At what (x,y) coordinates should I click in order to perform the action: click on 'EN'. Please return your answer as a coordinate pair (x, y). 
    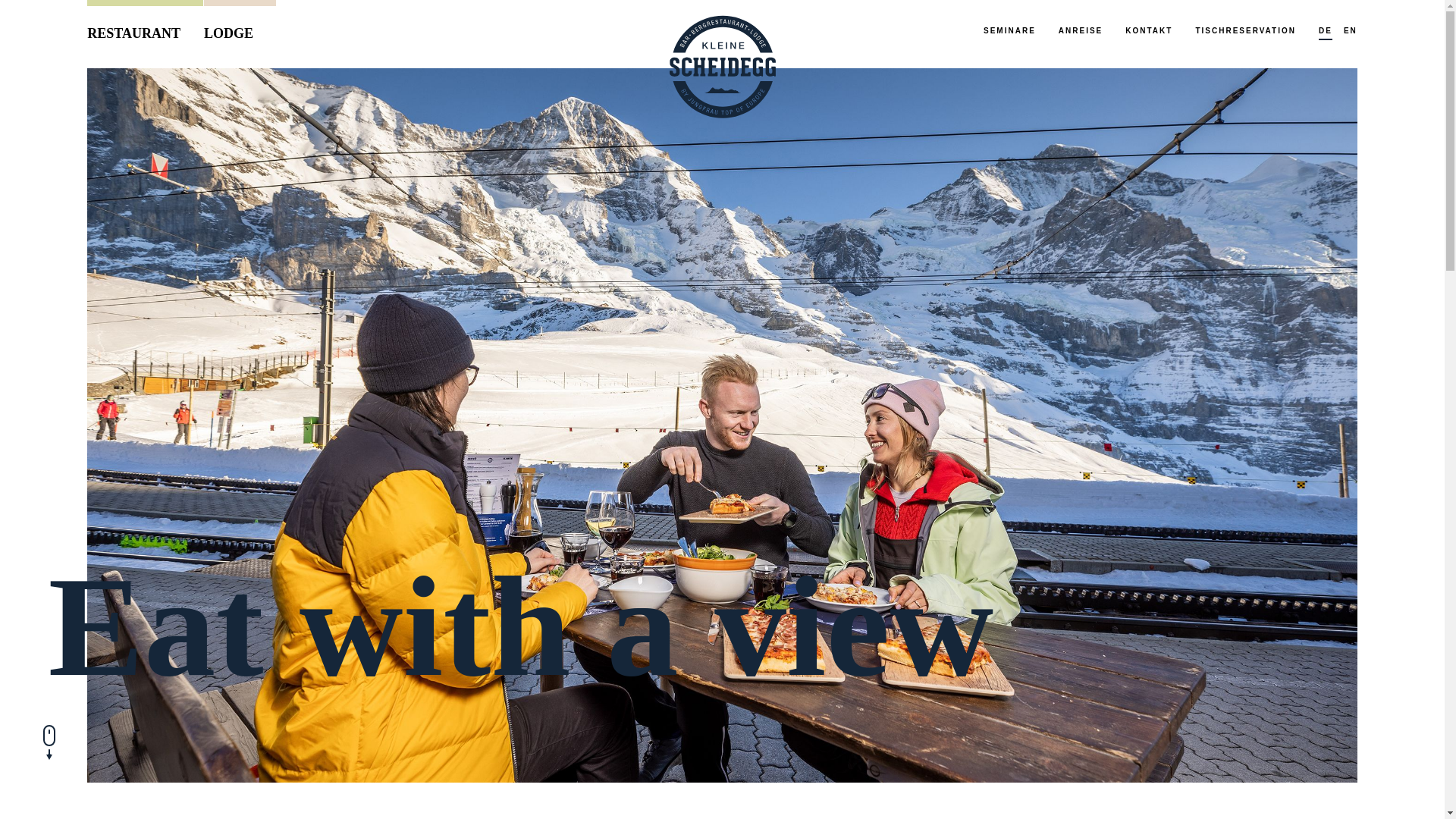
    Looking at the image, I should click on (1343, 31).